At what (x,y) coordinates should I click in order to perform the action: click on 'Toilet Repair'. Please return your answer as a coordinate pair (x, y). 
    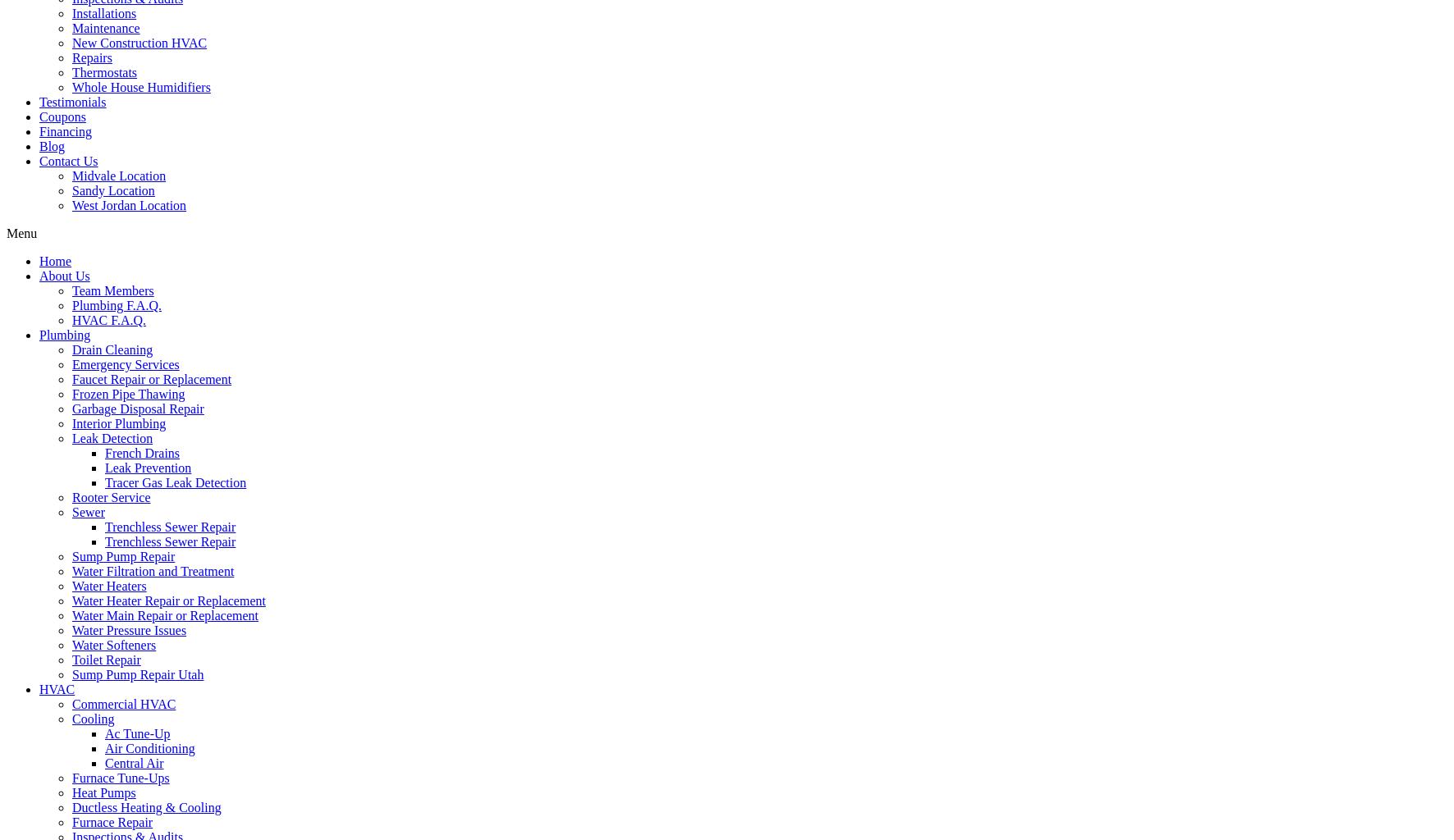
    Looking at the image, I should click on (106, 659).